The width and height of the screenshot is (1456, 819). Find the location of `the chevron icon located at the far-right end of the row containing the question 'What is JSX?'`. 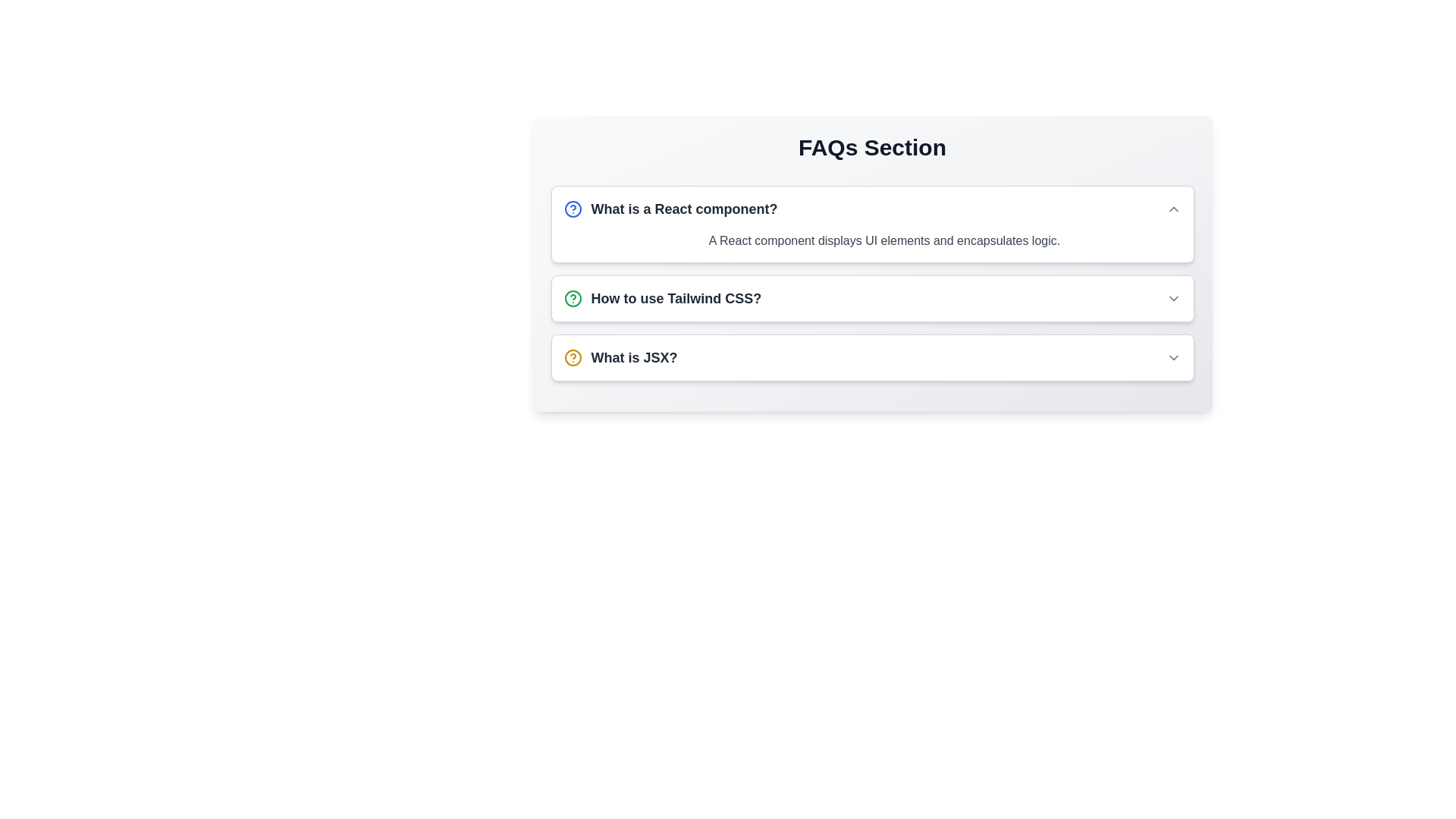

the chevron icon located at the far-right end of the row containing the question 'What is JSX?' is located at coordinates (1172, 357).